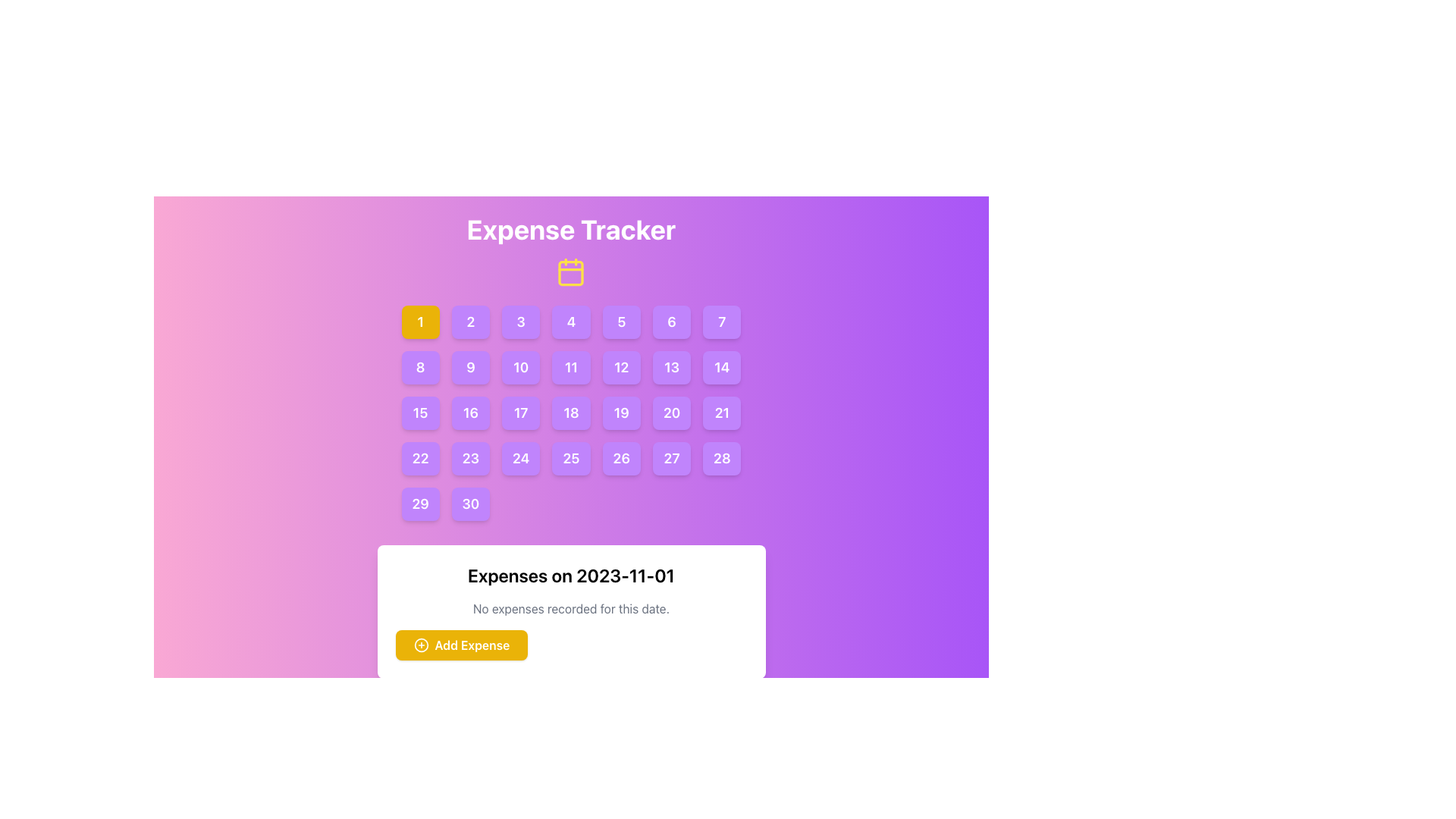 This screenshot has height=819, width=1456. What do you see at coordinates (721, 321) in the screenshot?
I see `the purple rounded-corner button displaying the number '7' to activate the hover effect` at bounding box center [721, 321].